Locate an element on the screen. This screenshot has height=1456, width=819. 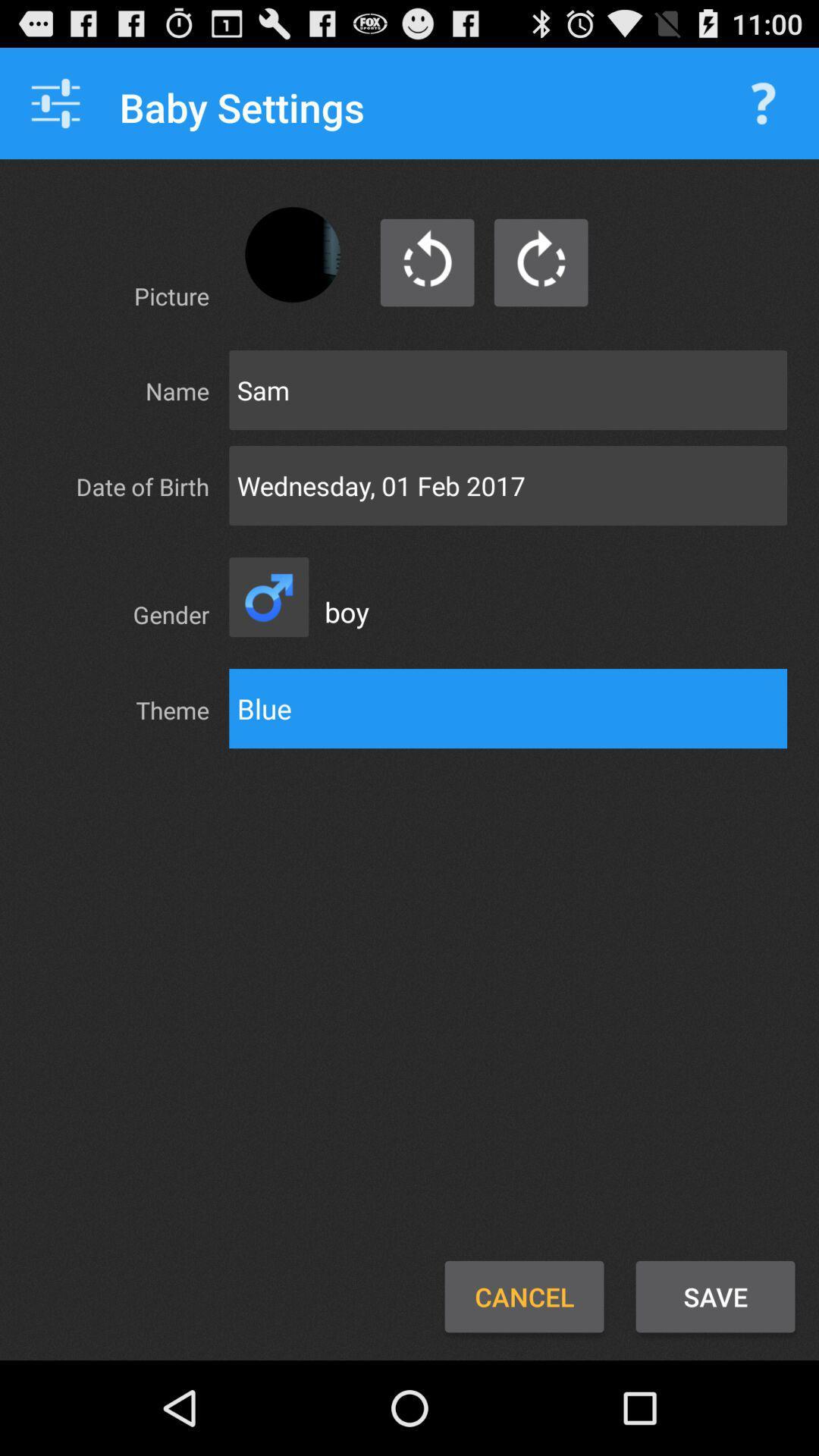
flip picture clockwise is located at coordinates (540, 262).